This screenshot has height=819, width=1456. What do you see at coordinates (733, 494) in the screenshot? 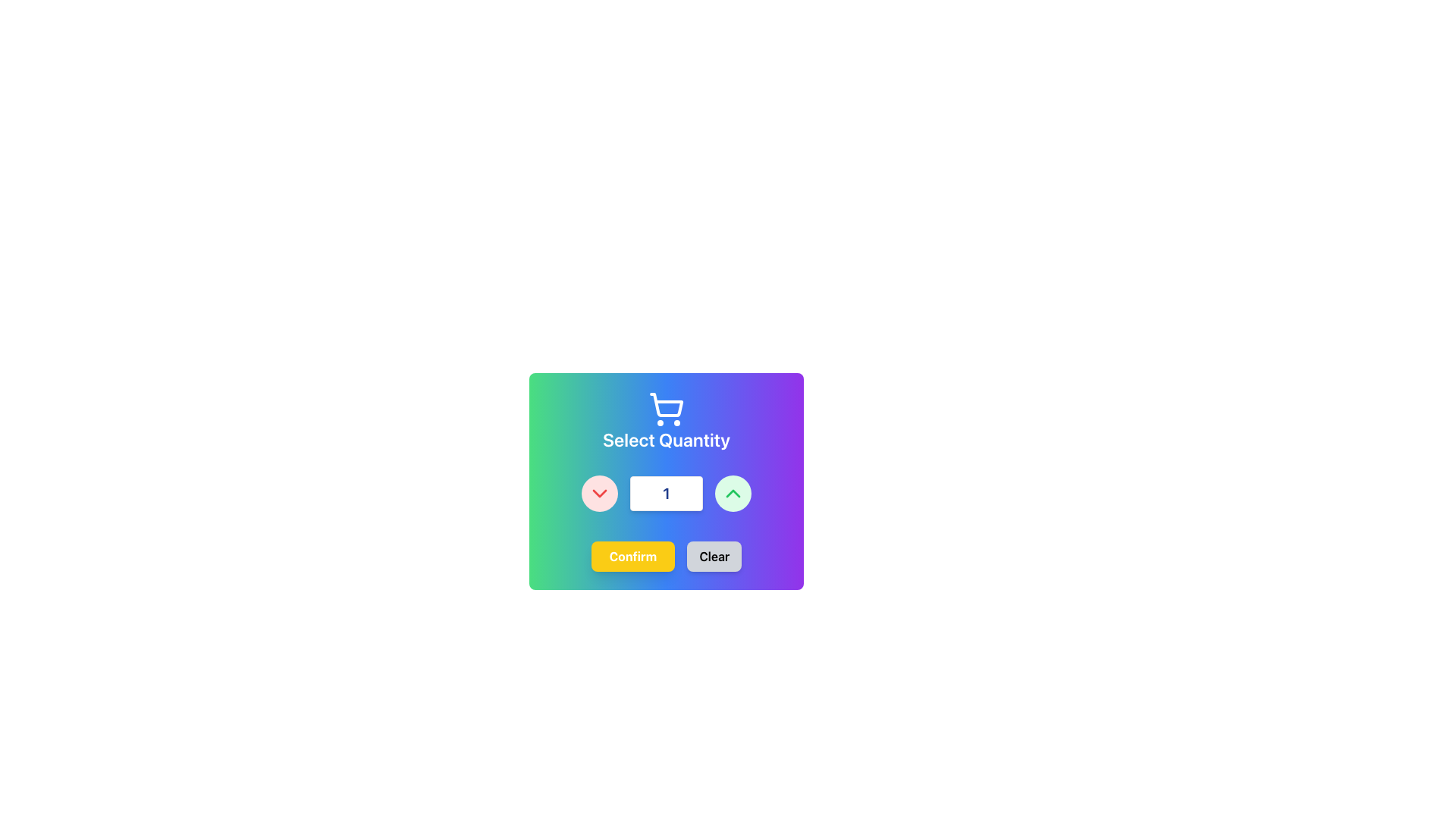
I see `the circular button containing a green upward-pointing chevron-style arrow` at bounding box center [733, 494].